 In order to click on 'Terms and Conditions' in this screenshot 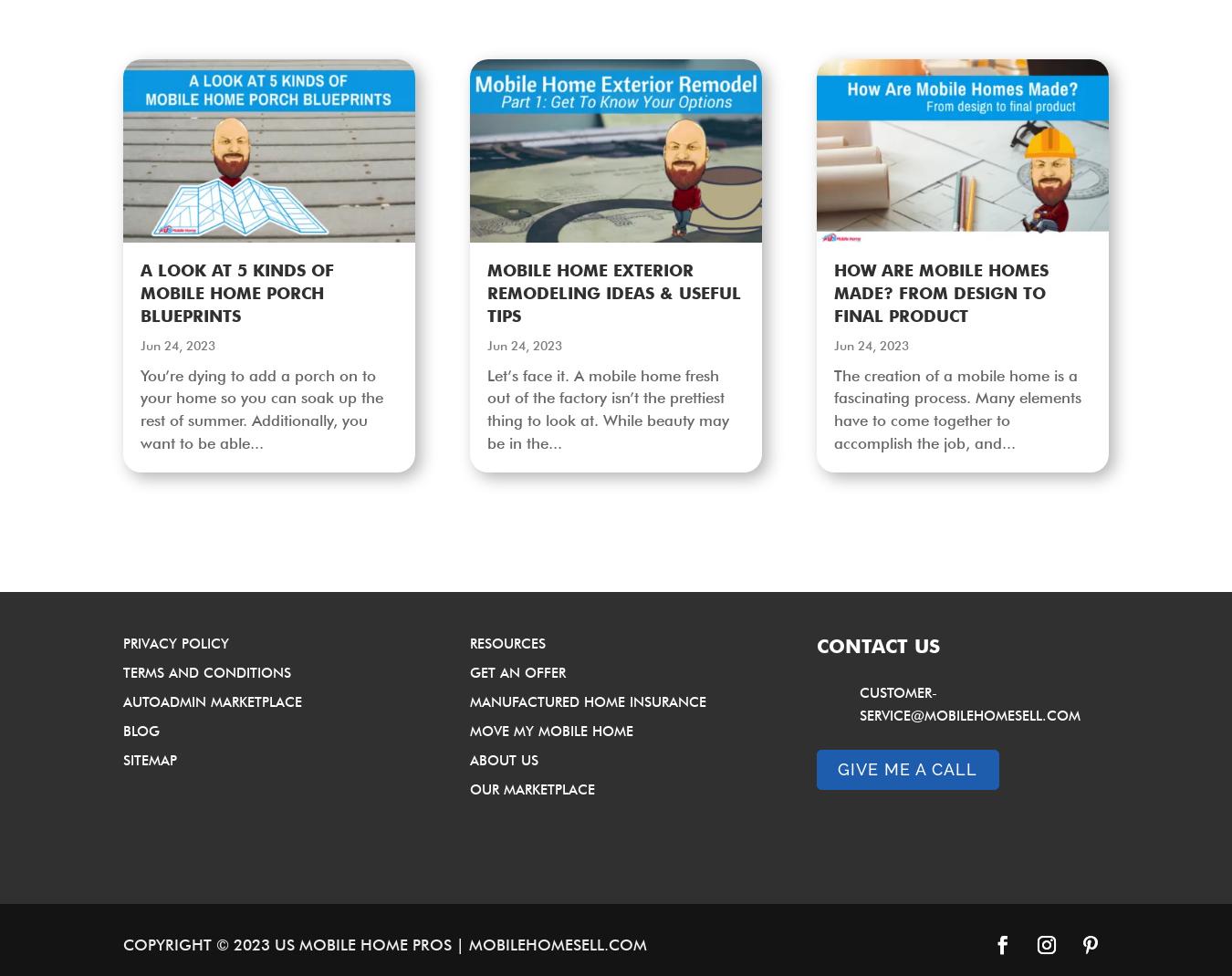, I will do `click(205, 671)`.